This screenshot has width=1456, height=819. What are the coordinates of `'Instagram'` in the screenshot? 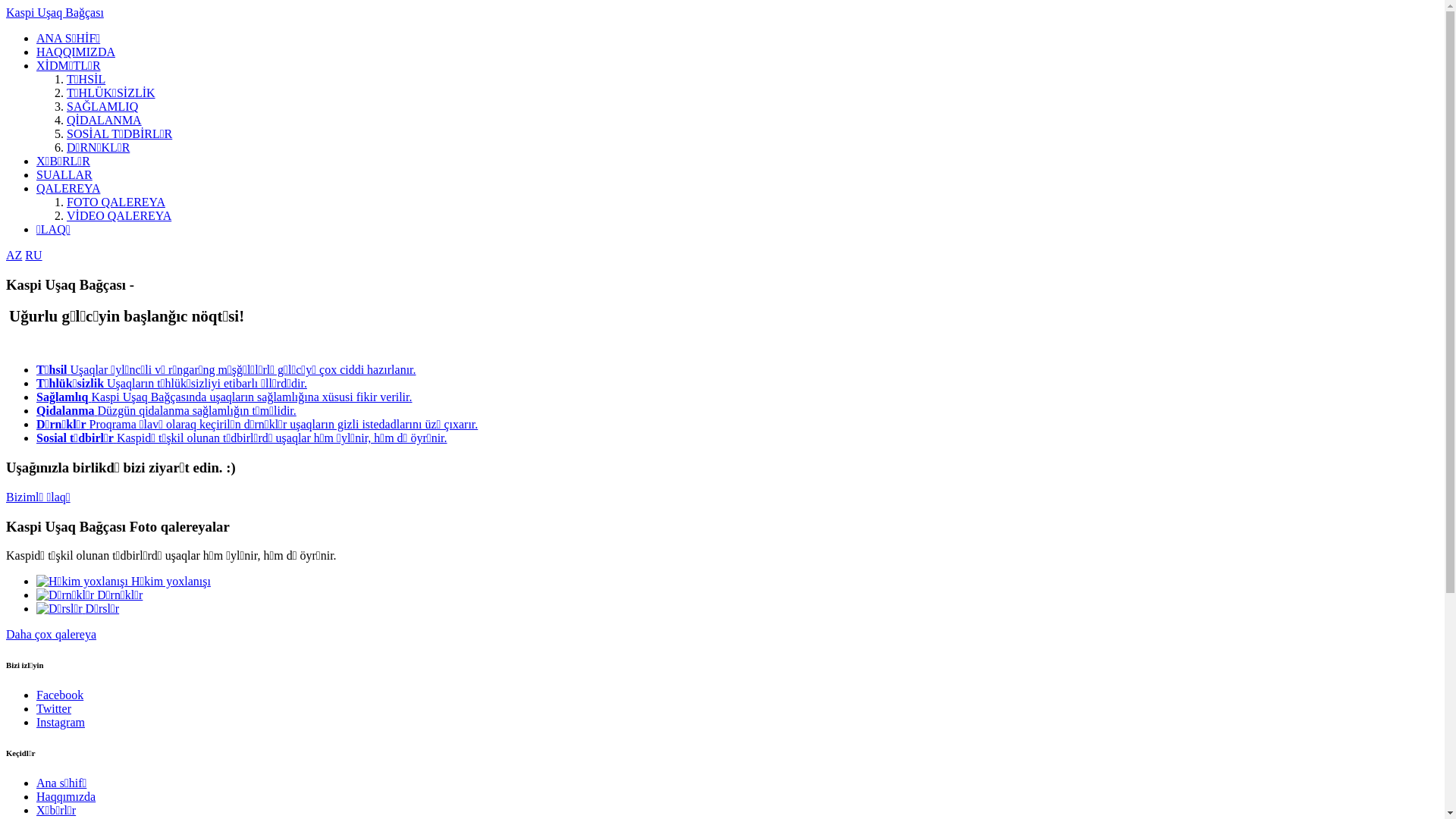 It's located at (36, 721).